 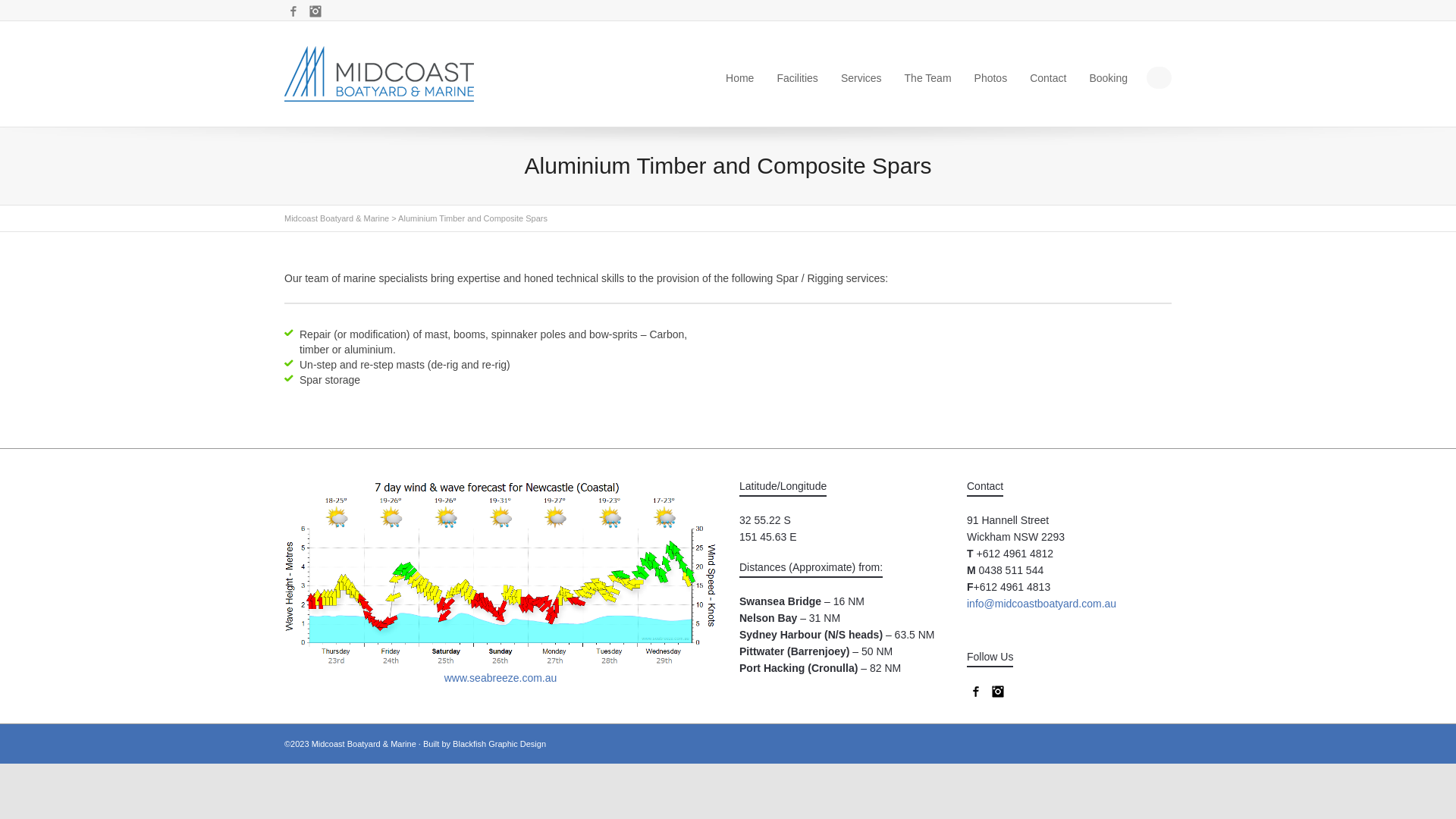 I want to click on 'Photos', so click(x=990, y=78).